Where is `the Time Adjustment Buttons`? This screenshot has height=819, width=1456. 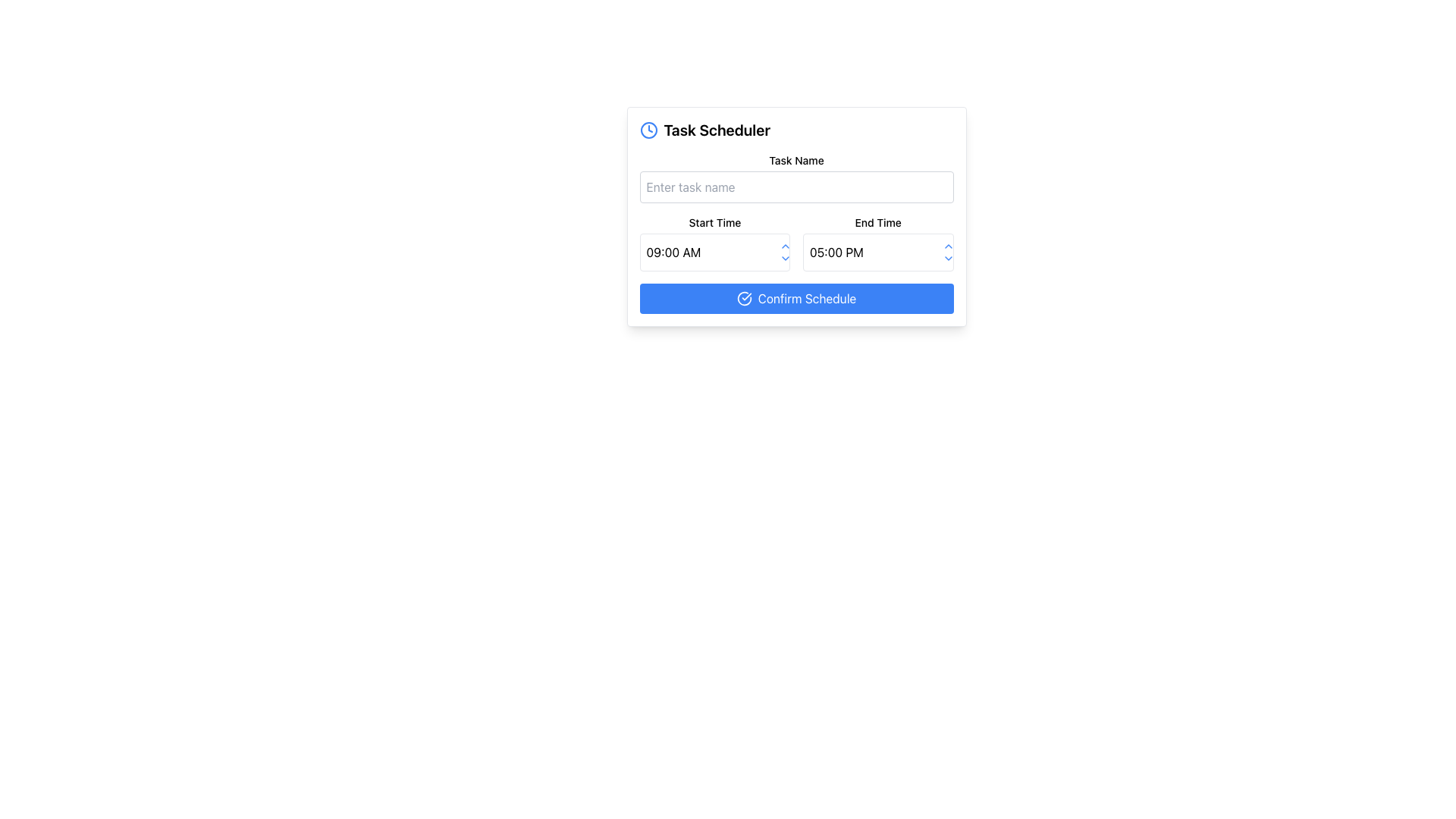
the Time Adjustment Buttons is located at coordinates (946, 251).